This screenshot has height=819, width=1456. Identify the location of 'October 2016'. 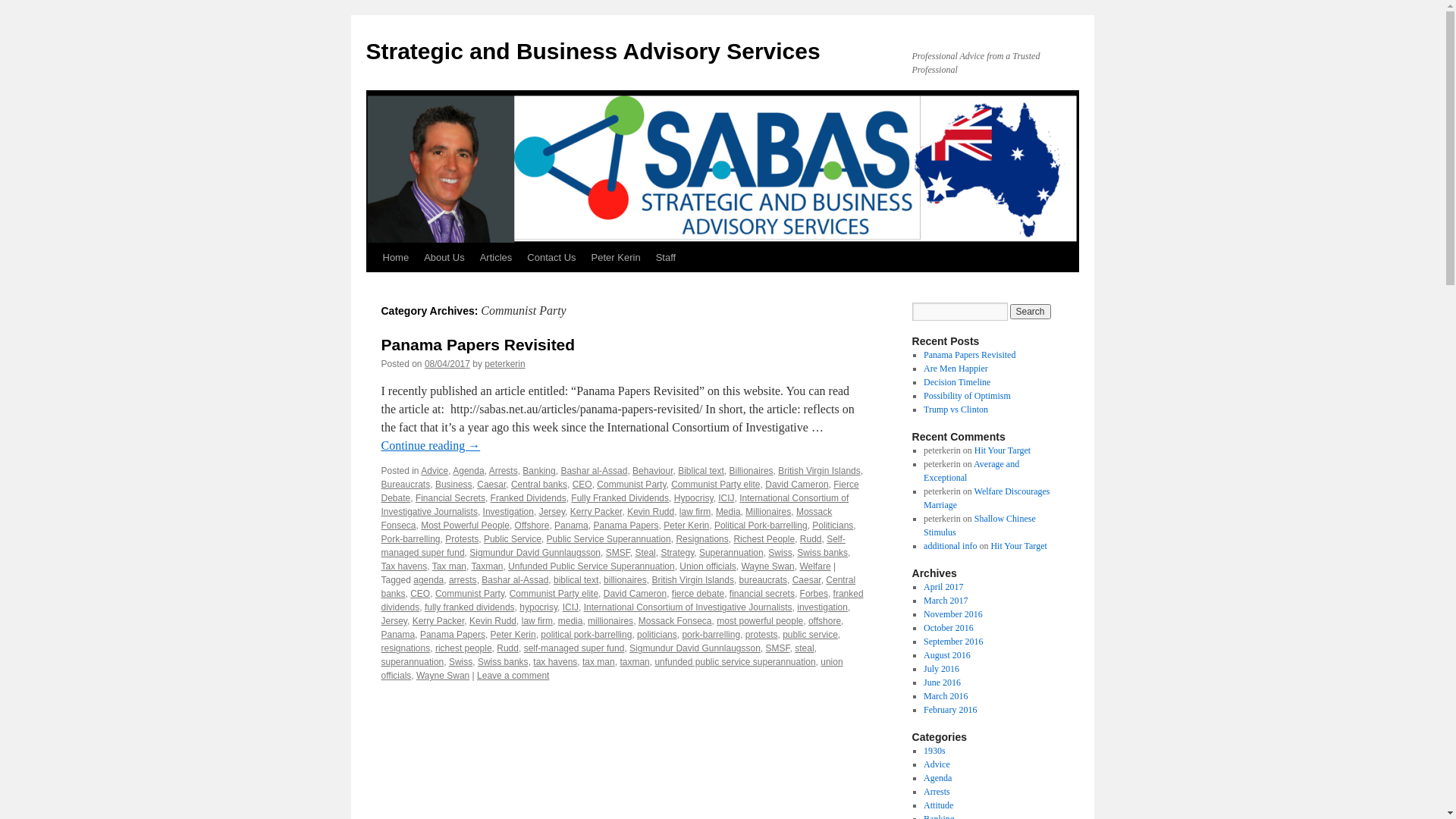
(923, 628).